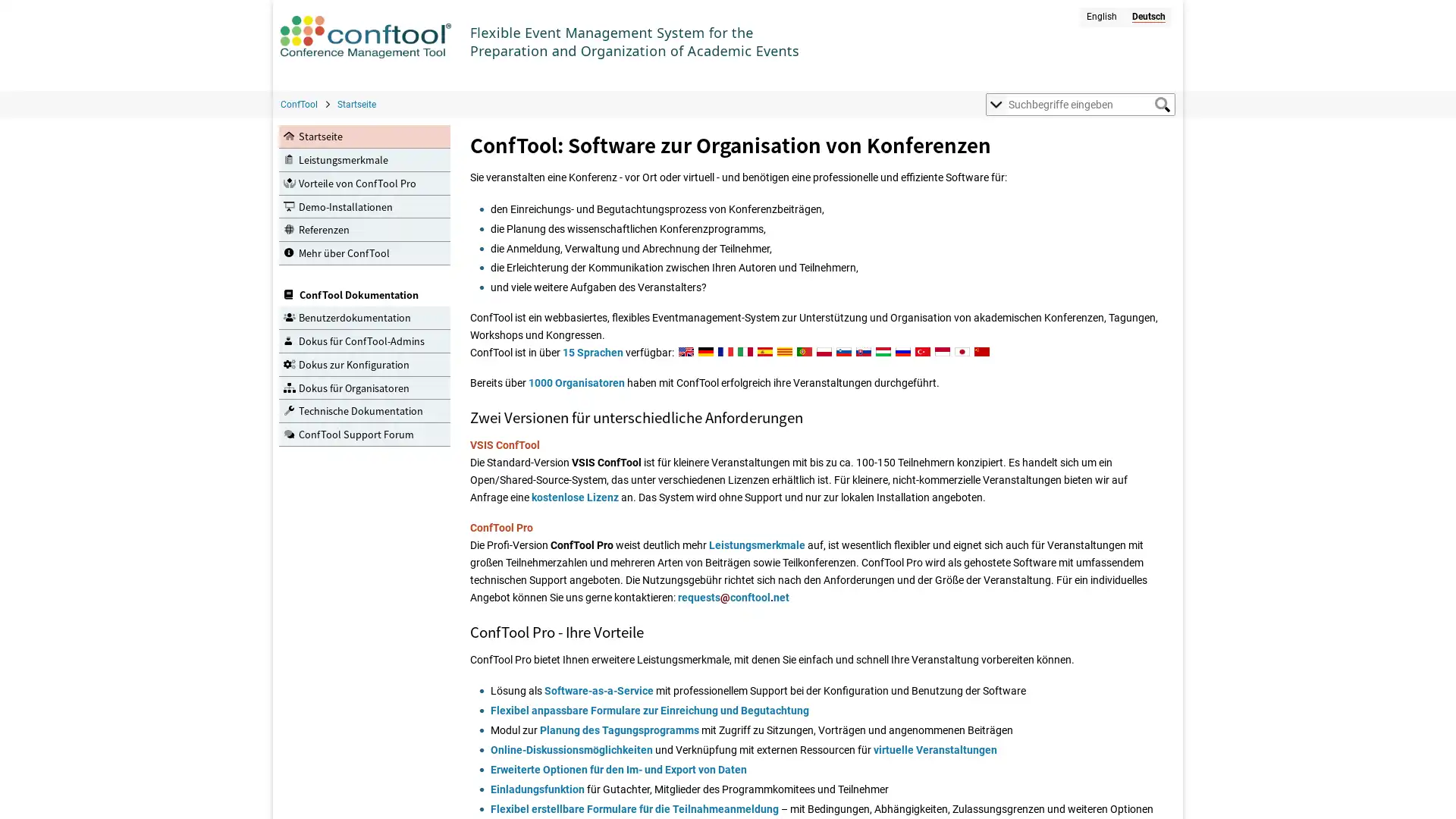  What do you see at coordinates (1161, 104) in the screenshot?
I see `Suche` at bounding box center [1161, 104].